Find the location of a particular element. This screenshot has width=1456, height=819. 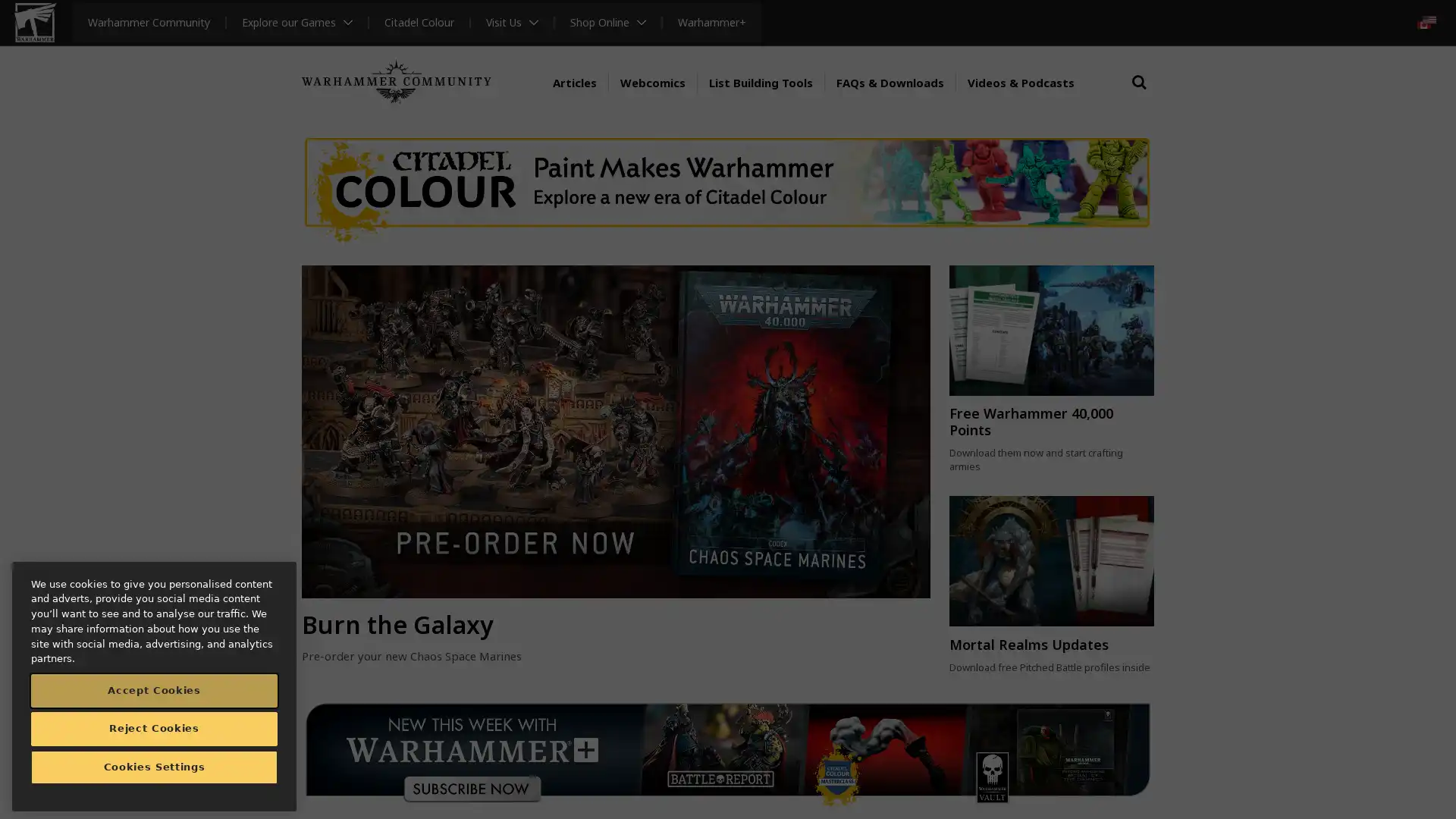

Reject Cookies is located at coordinates (154, 727).